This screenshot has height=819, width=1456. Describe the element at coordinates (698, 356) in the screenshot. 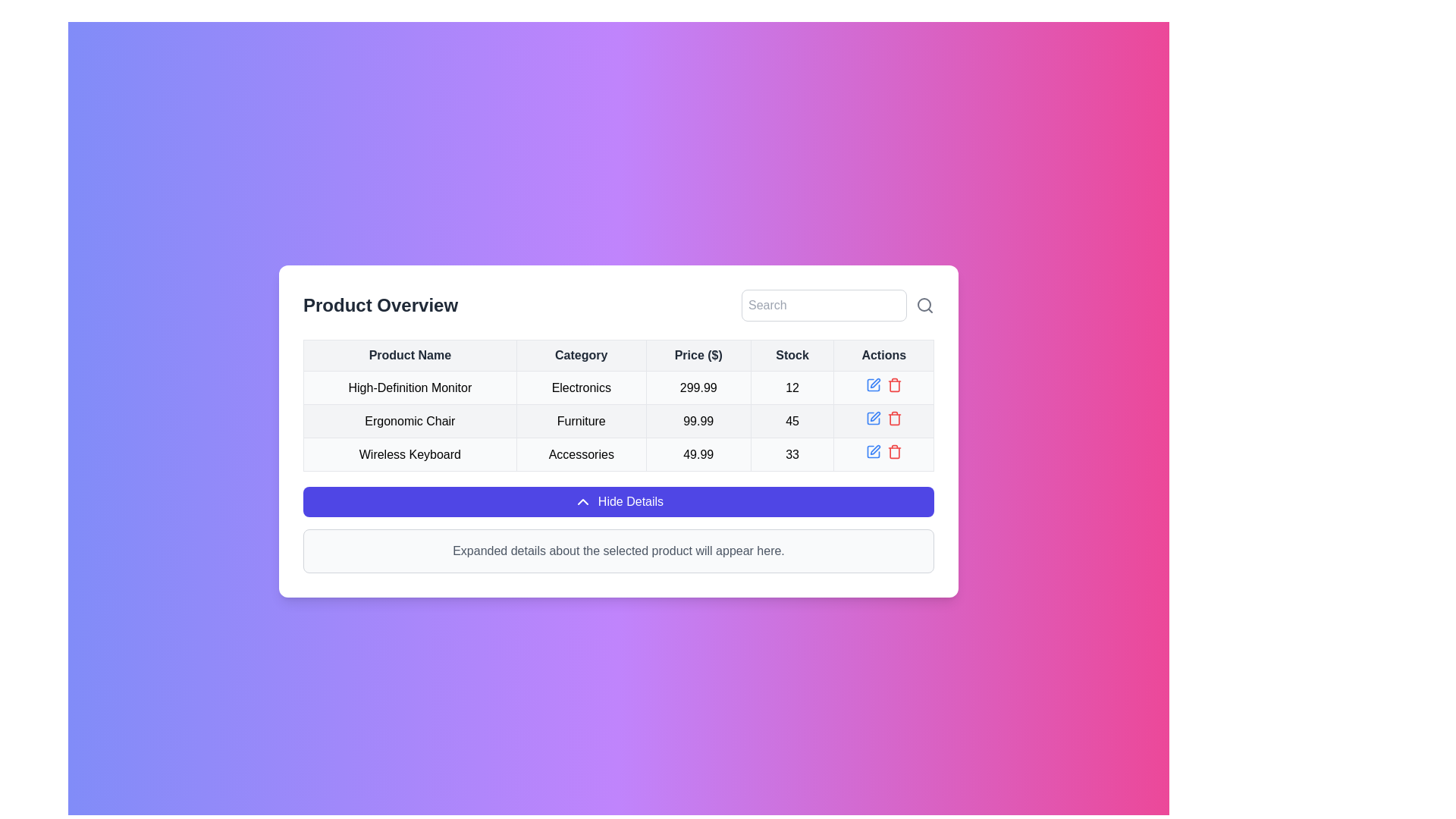

I see `the third column header in the table that signifies the price of items in dollars, positioned between 'Category' and 'Stock'` at that location.